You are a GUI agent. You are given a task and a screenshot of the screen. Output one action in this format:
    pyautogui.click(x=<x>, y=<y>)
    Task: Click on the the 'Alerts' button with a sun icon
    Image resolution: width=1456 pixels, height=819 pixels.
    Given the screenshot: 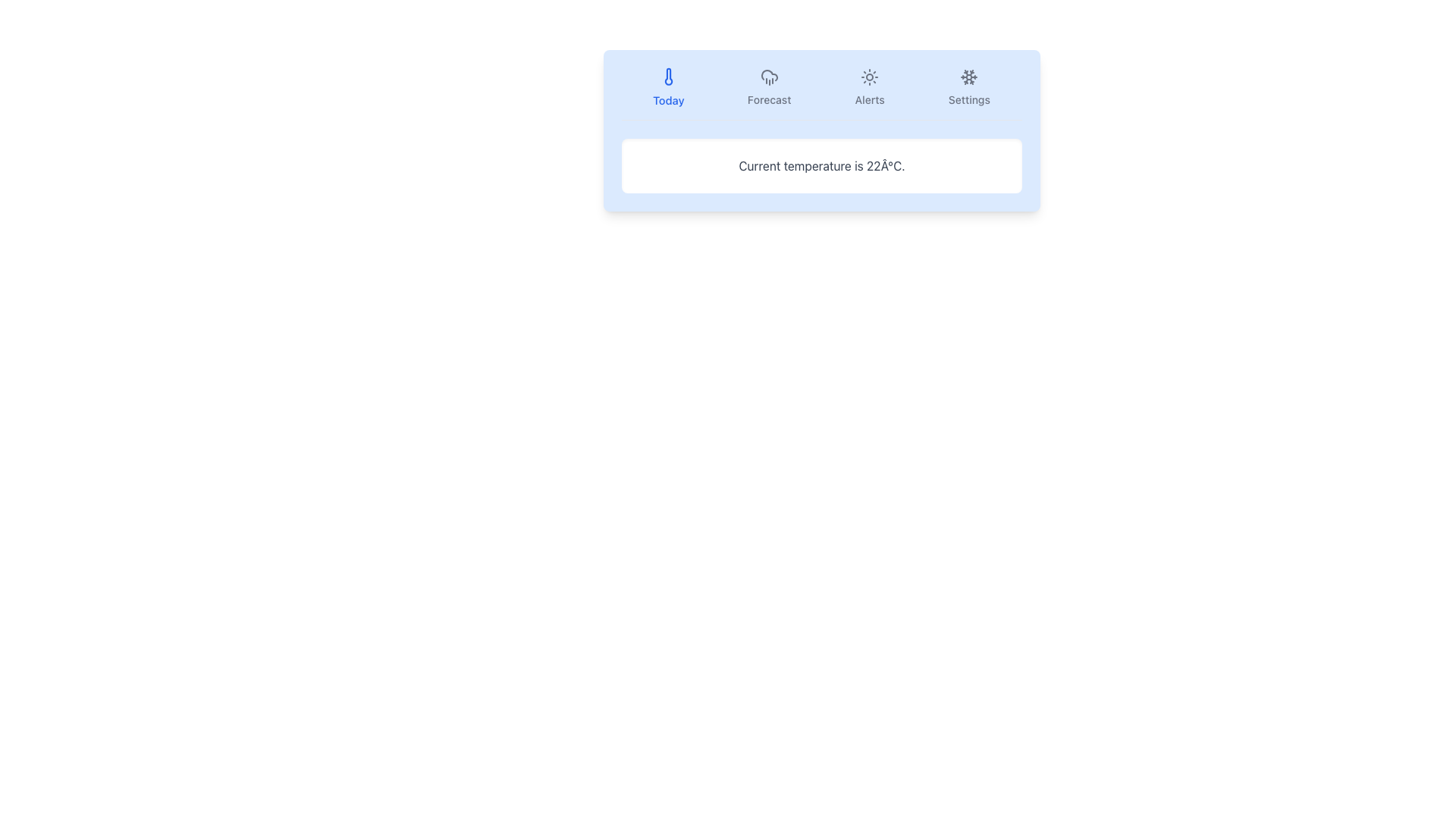 What is the action you would take?
    pyautogui.click(x=870, y=87)
    